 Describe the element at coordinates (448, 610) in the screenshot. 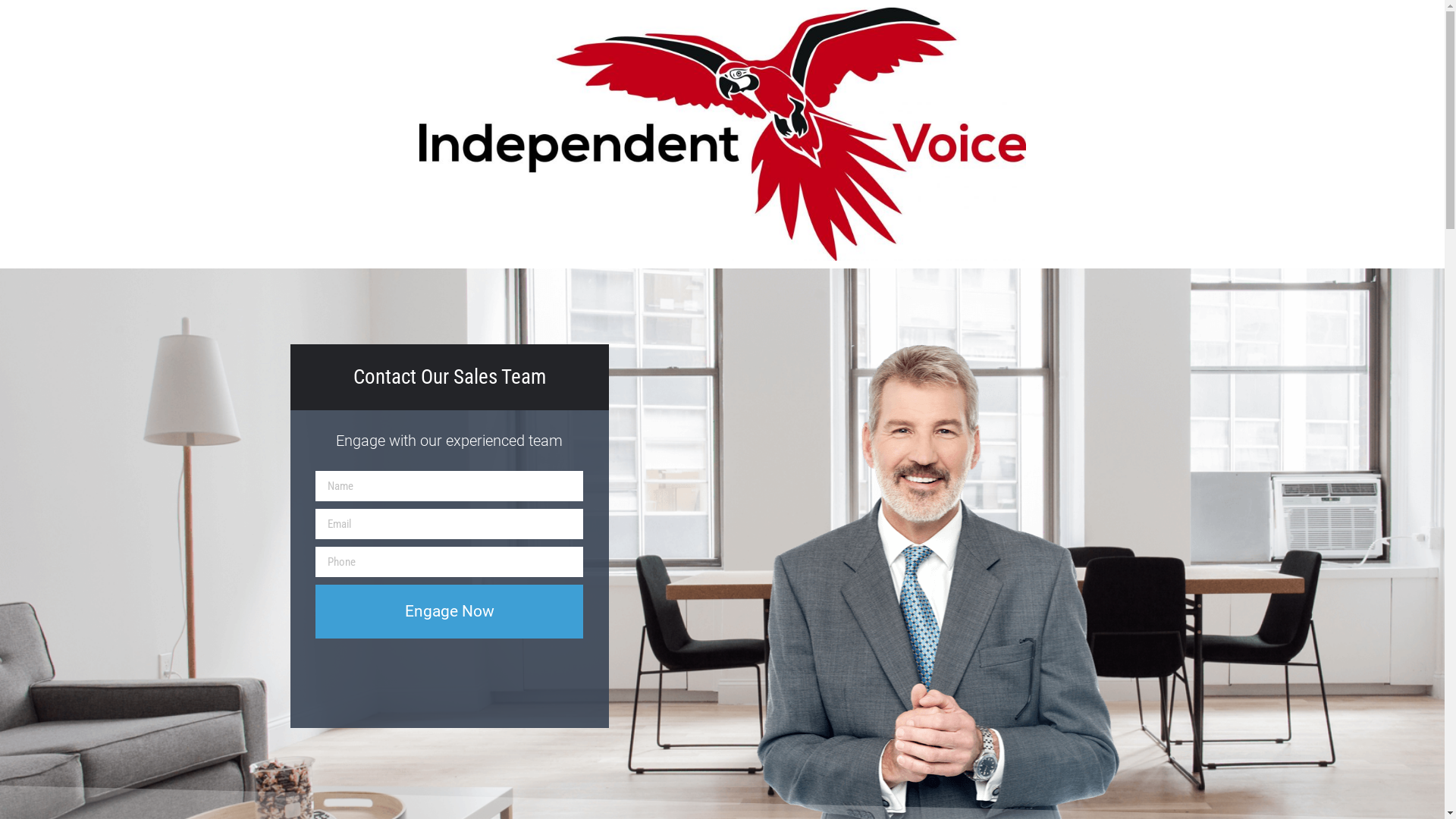

I see `'Engage Now'` at that location.